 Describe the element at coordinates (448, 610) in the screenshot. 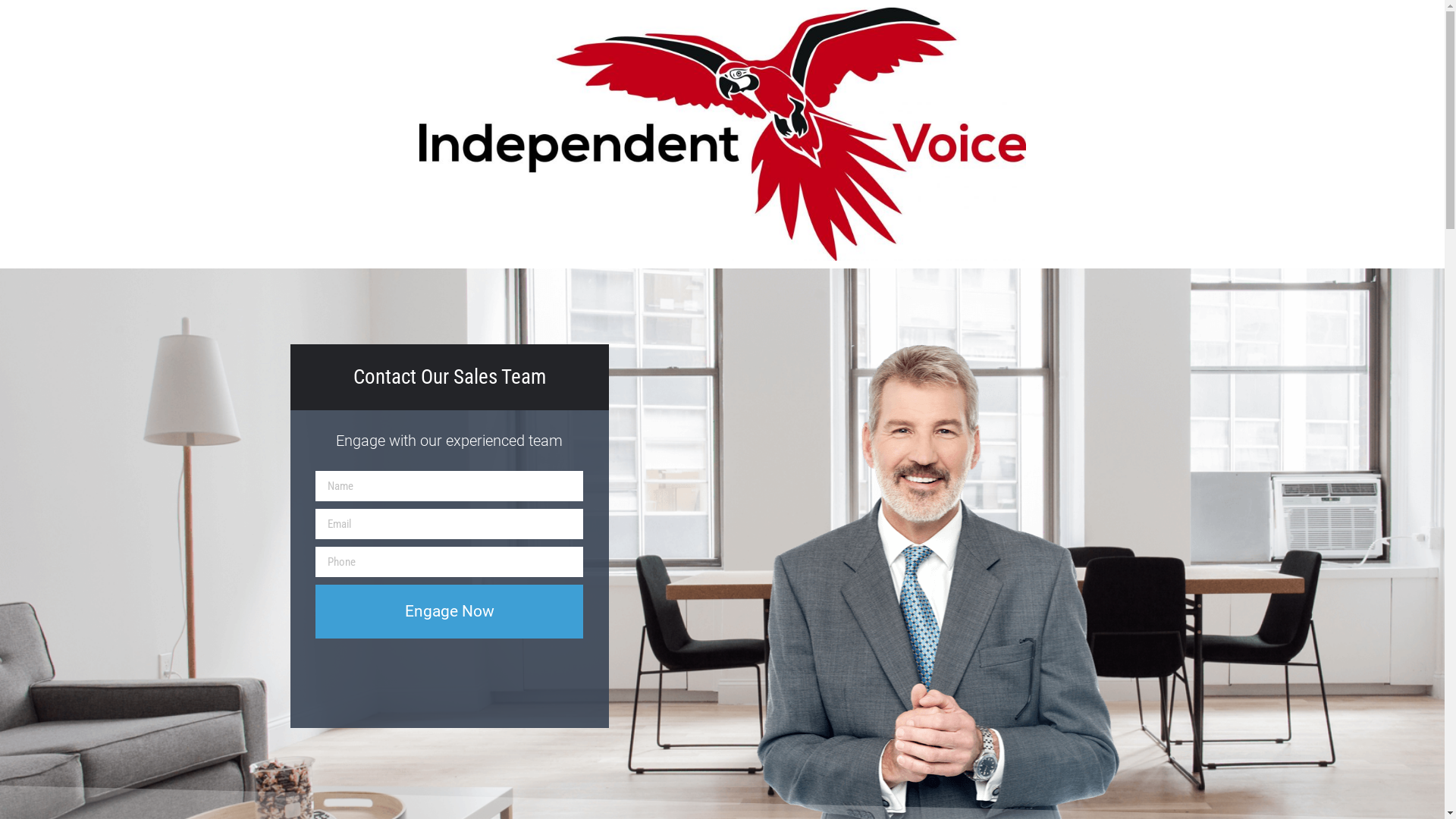

I see `'Engage Now'` at that location.